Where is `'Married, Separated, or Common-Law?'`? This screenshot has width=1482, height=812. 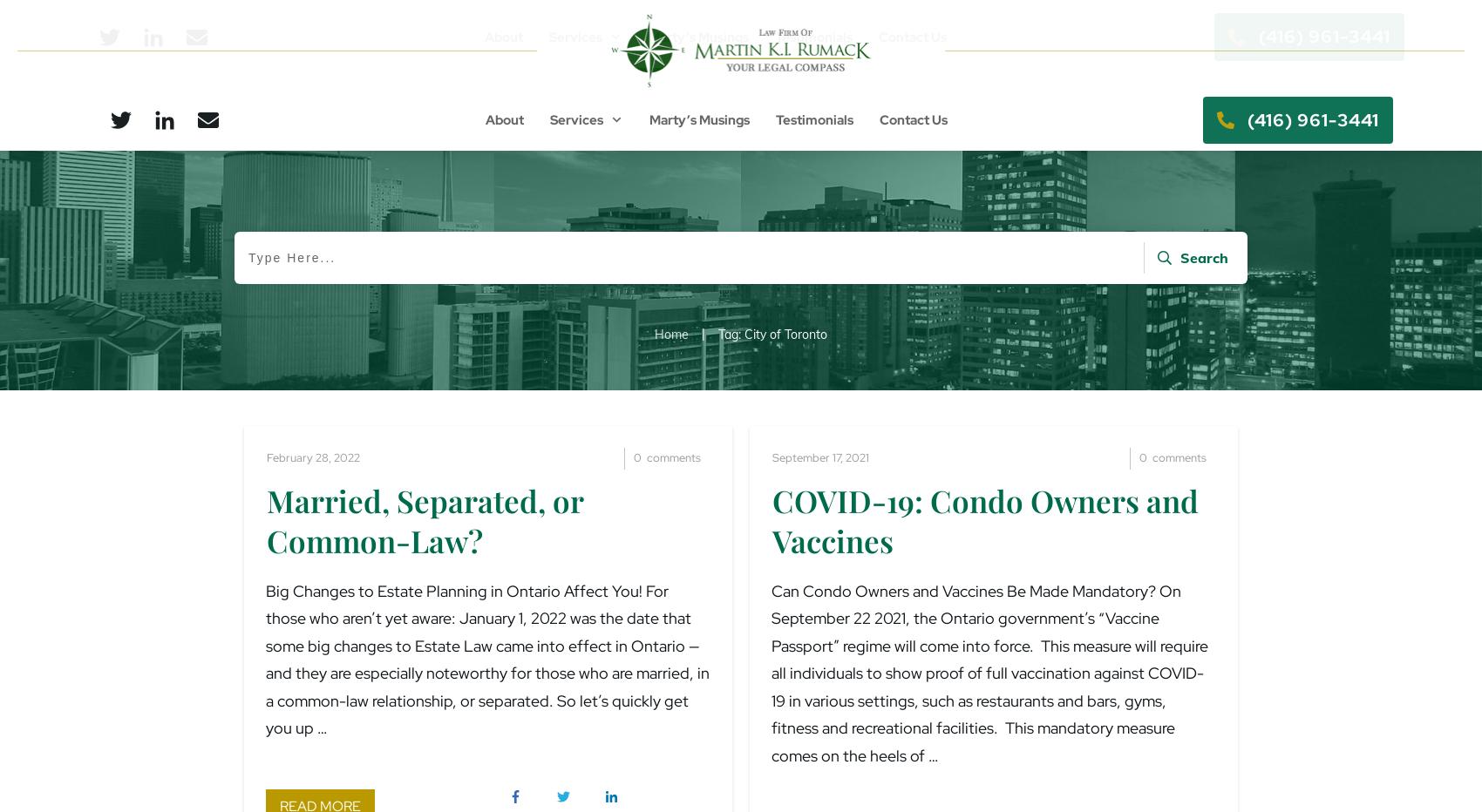
'Married, Separated, or Common-Law?' is located at coordinates (425, 518).